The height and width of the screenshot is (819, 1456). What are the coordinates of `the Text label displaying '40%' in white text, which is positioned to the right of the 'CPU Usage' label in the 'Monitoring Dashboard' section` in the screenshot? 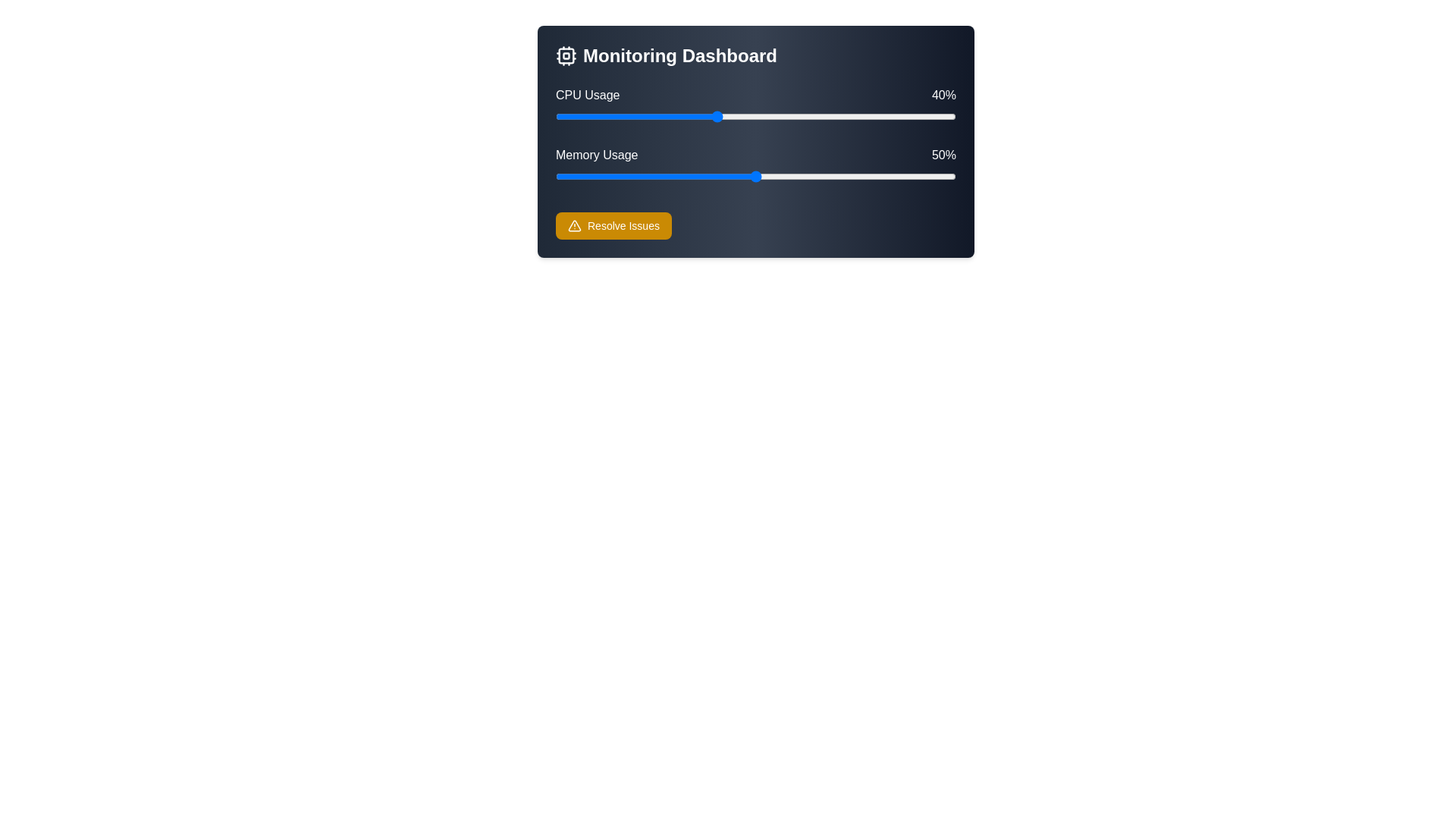 It's located at (943, 96).